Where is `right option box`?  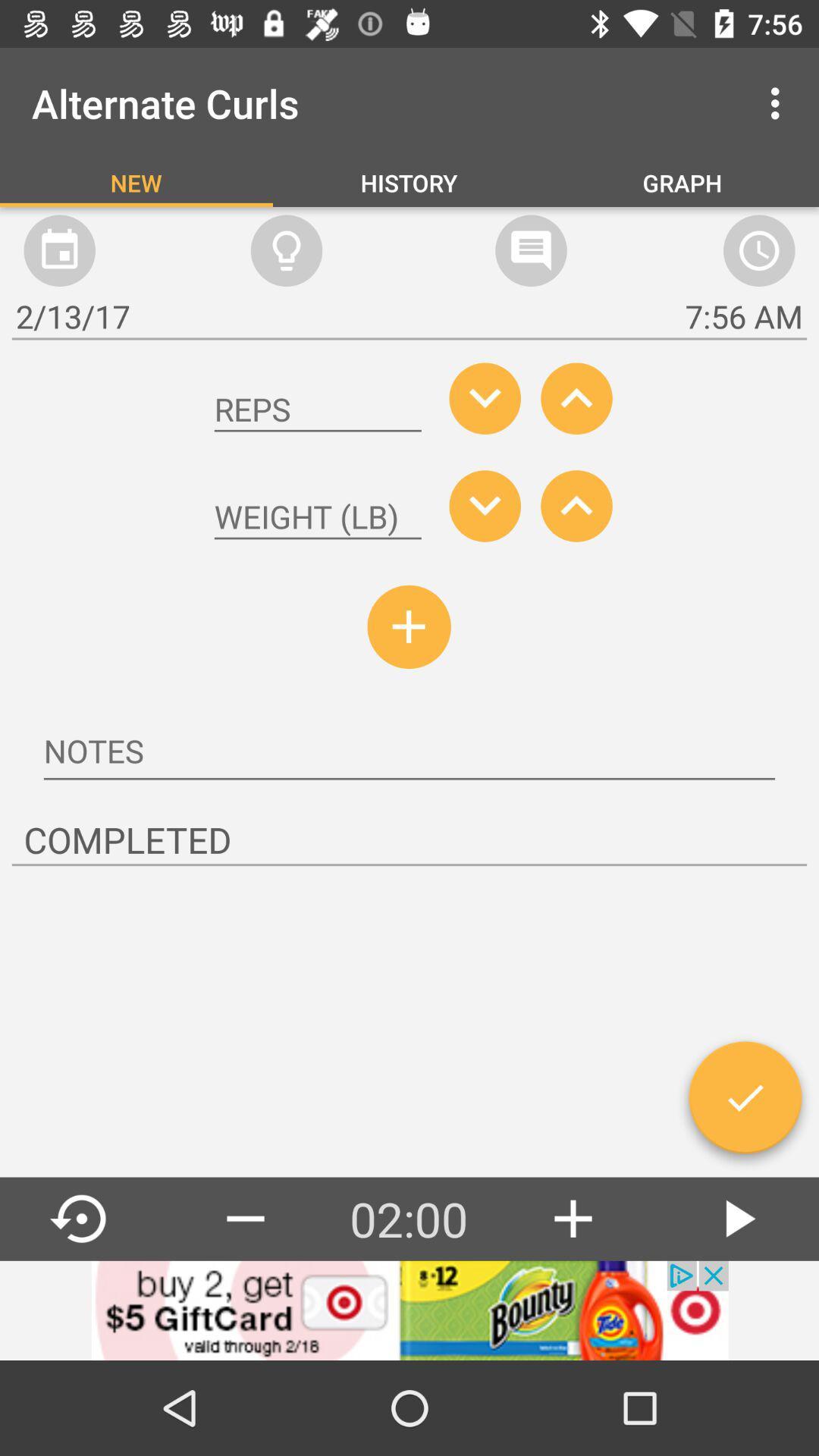
right option box is located at coordinates (744, 1103).